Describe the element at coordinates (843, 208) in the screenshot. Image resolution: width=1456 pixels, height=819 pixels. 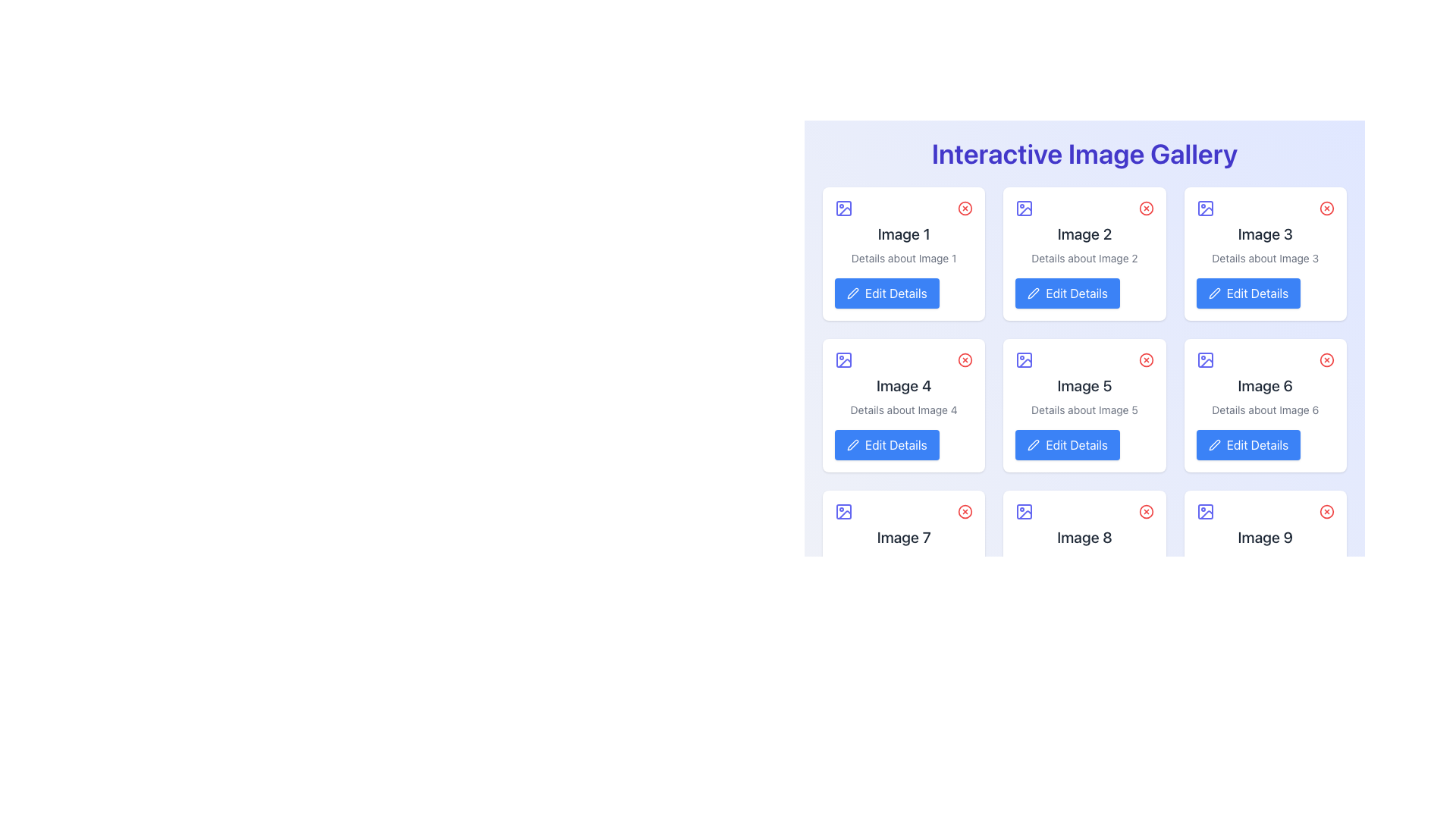
I see `the SVG graphic element indicating 'Image 1', located in the top-left of the image layout adjacent to the text label 'Image 1'` at that location.